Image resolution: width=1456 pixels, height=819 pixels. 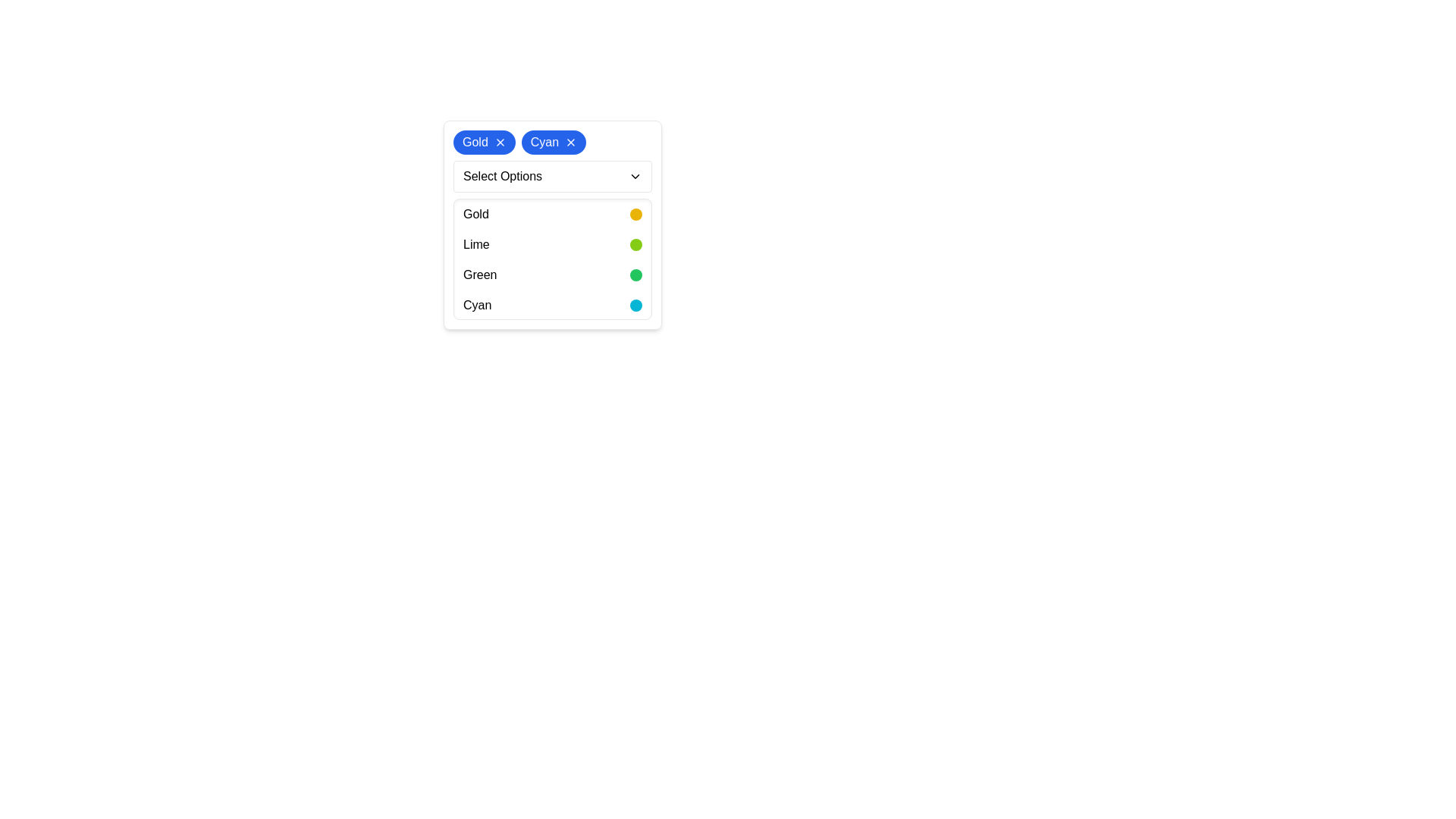 What do you see at coordinates (483, 143) in the screenshot?
I see `the 'X' icon on the right side of the 'Gold' pill-shaped button` at bounding box center [483, 143].